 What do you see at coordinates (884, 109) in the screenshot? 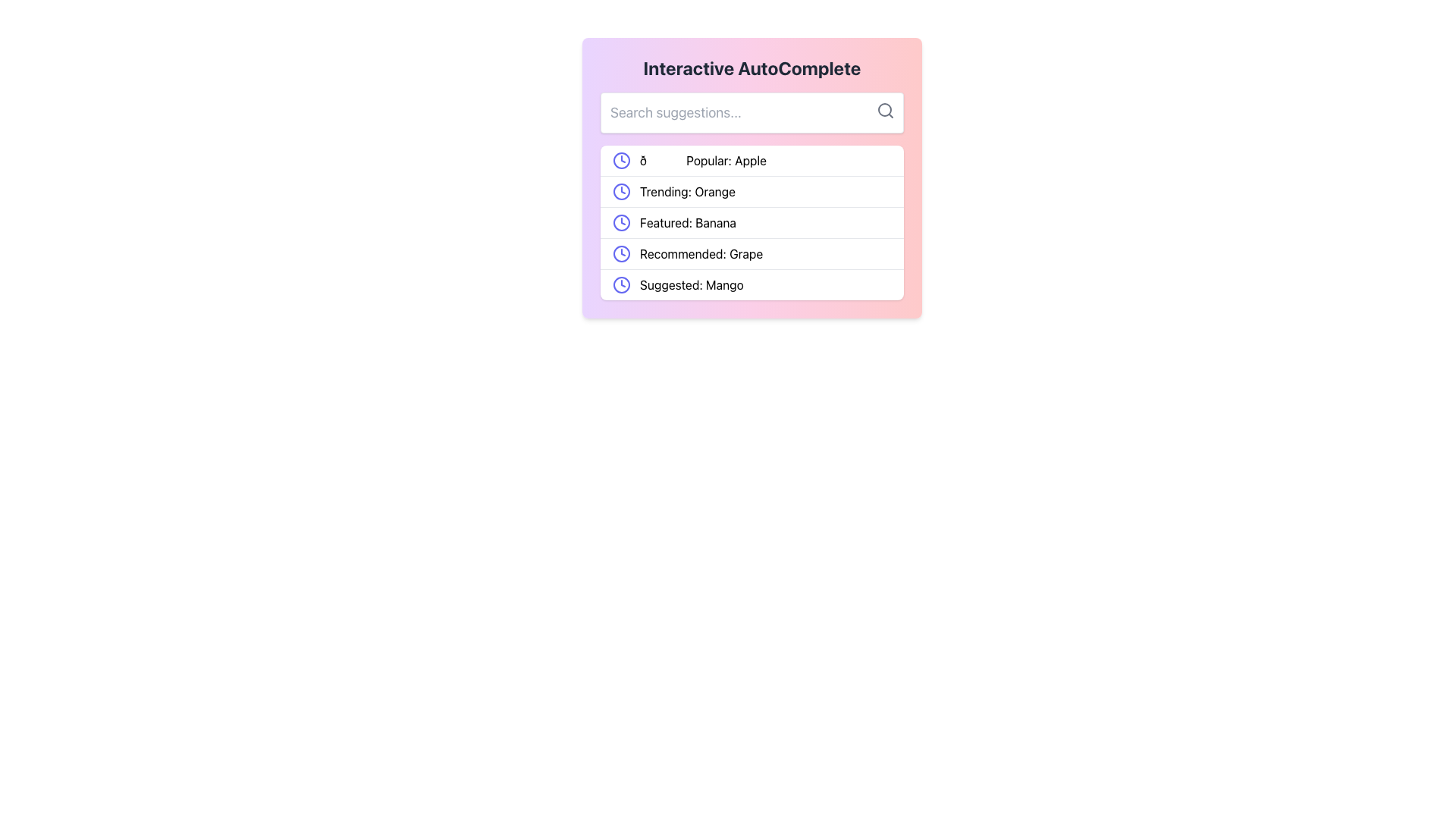
I see `the central circular part of the magnifying glass icon located at the top-right corner of the search input box` at bounding box center [884, 109].